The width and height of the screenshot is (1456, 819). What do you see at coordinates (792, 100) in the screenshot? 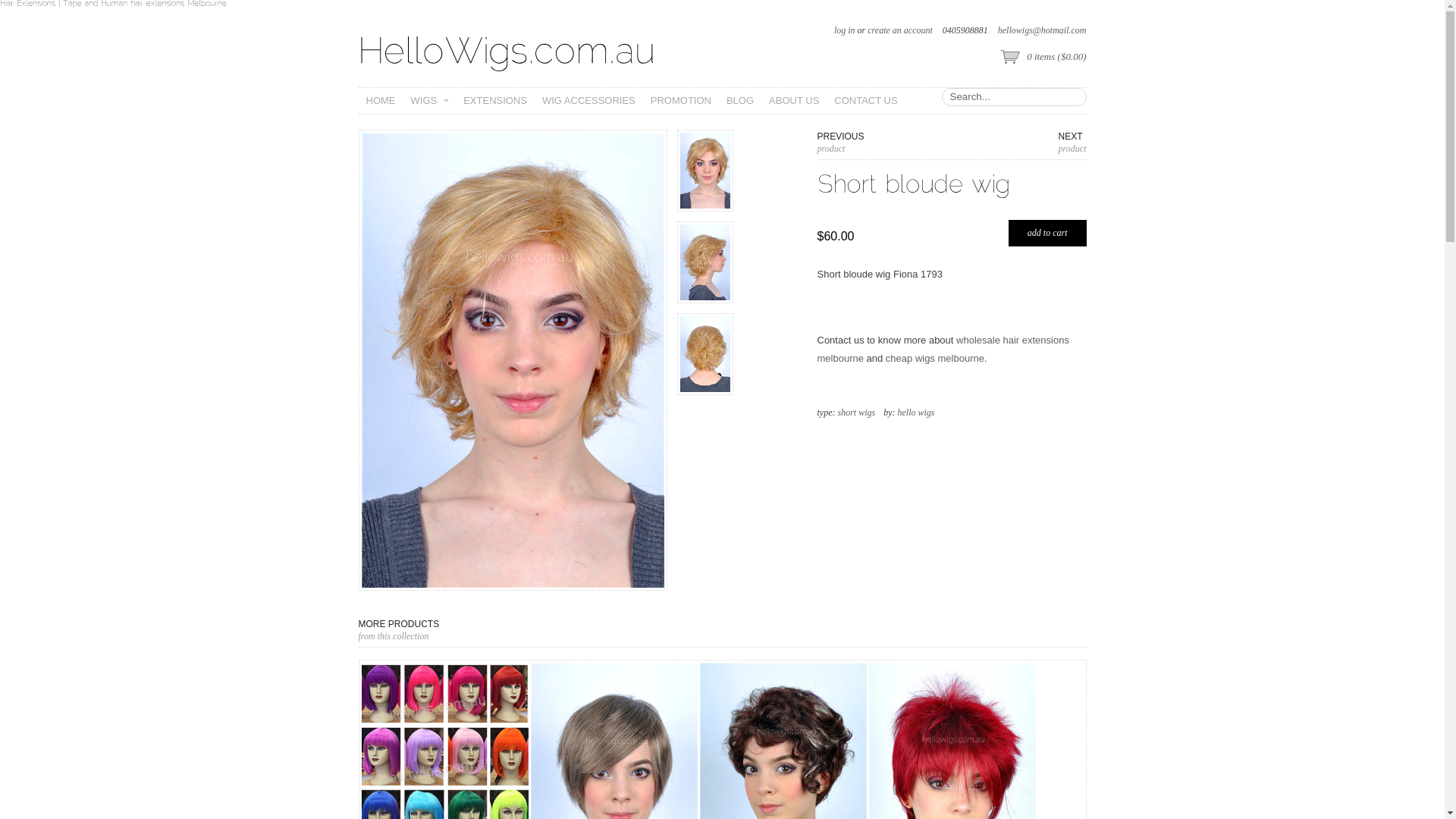
I see `'ABOUT US'` at bounding box center [792, 100].